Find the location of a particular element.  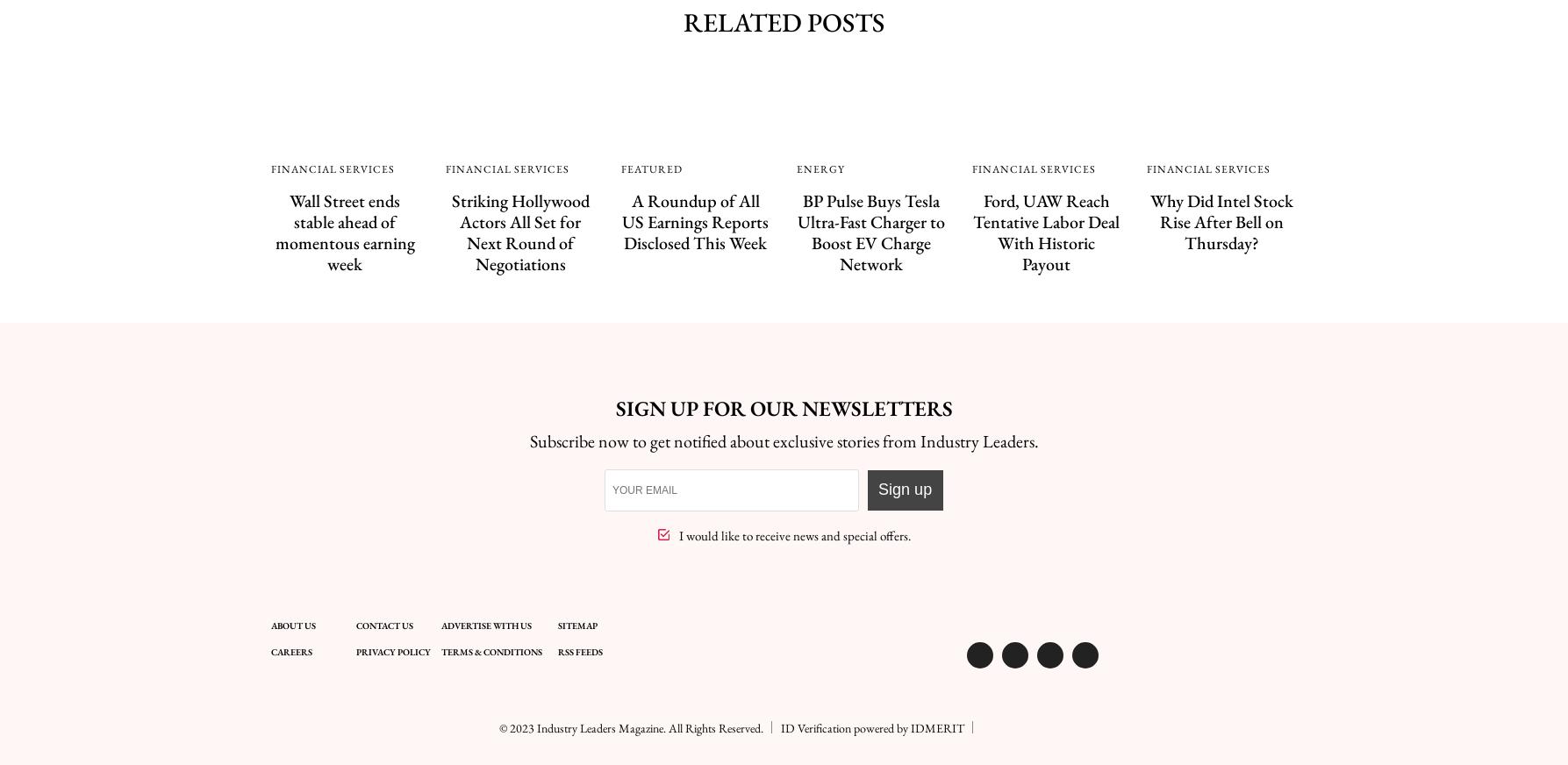

'RELATED POSTS' is located at coordinates (683, 21).